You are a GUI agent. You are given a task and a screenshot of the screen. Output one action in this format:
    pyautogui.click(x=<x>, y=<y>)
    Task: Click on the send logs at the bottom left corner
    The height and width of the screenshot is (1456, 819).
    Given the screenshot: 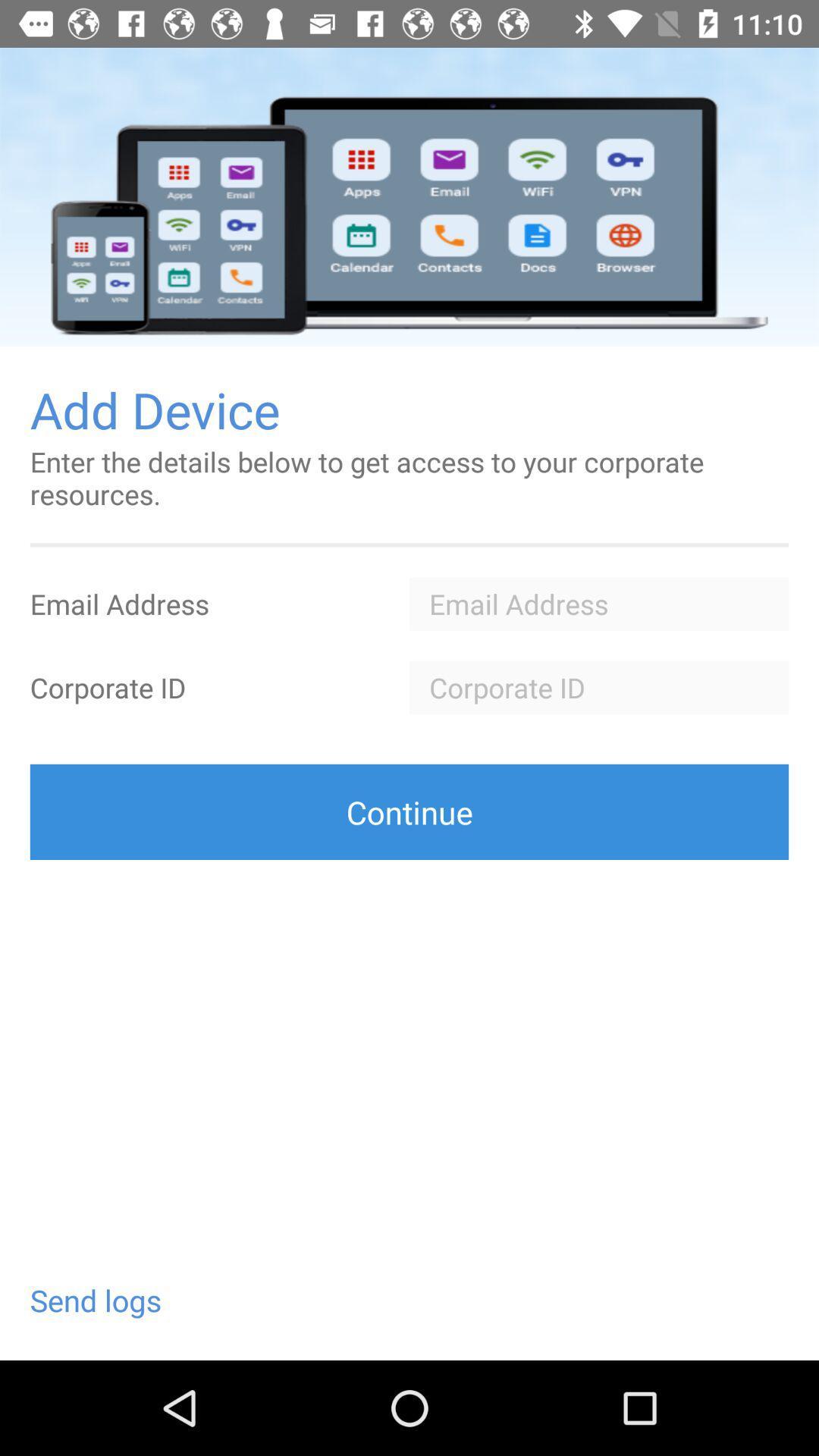 What is the action you would take?
    pyautogui.click(x=96, y=1300)
    